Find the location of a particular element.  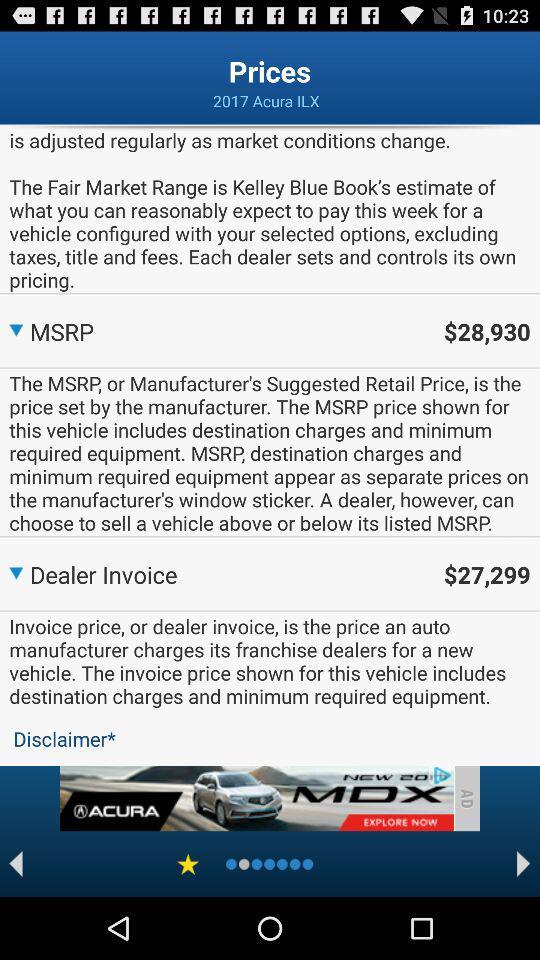

the play icon is located at coordinates (523, 924).